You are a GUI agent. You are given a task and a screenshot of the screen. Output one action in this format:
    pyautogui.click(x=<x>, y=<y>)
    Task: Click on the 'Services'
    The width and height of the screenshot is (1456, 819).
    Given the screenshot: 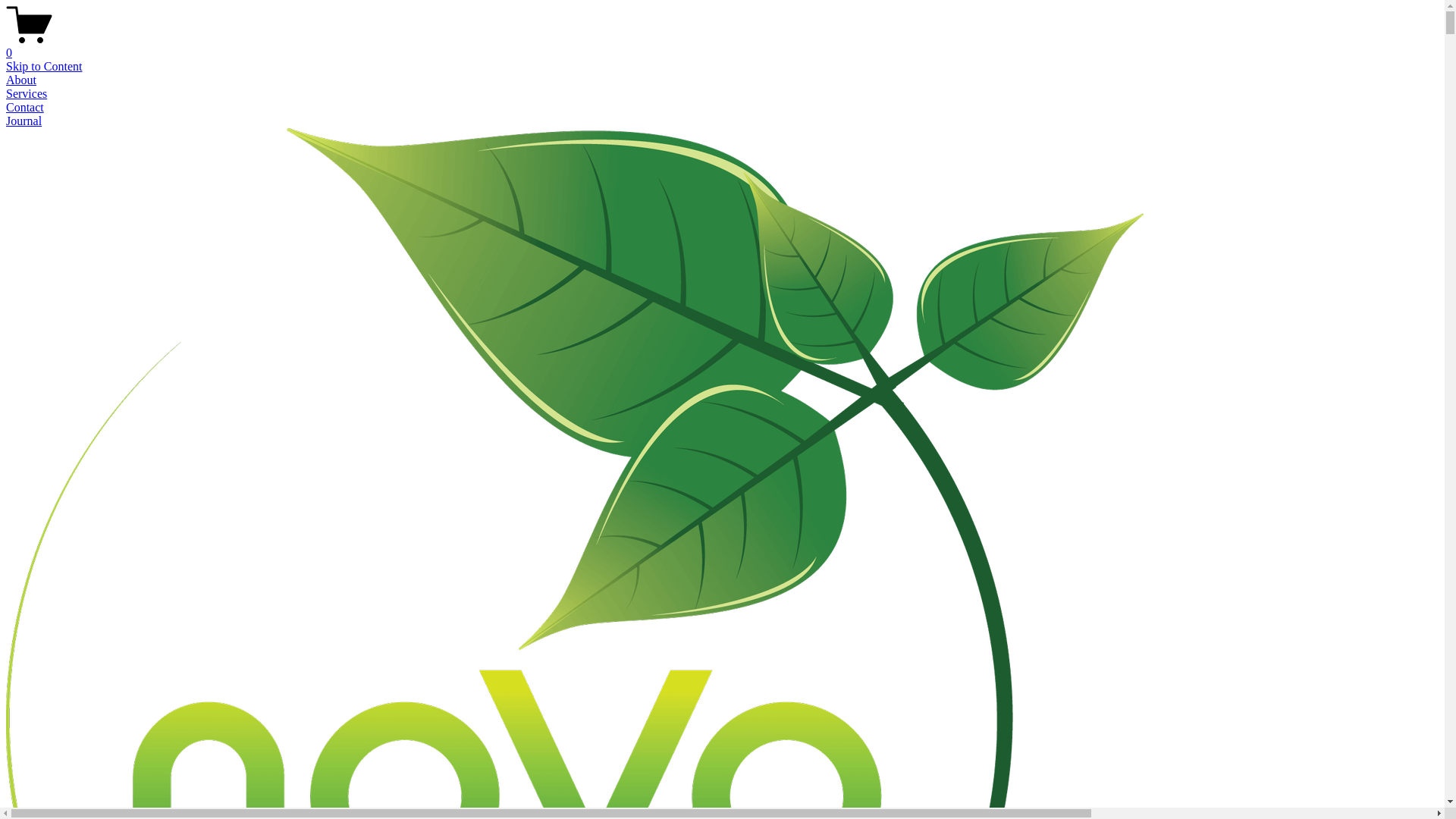 What is the action you would take?
    pyautogui.click(x=26, y=93)
    